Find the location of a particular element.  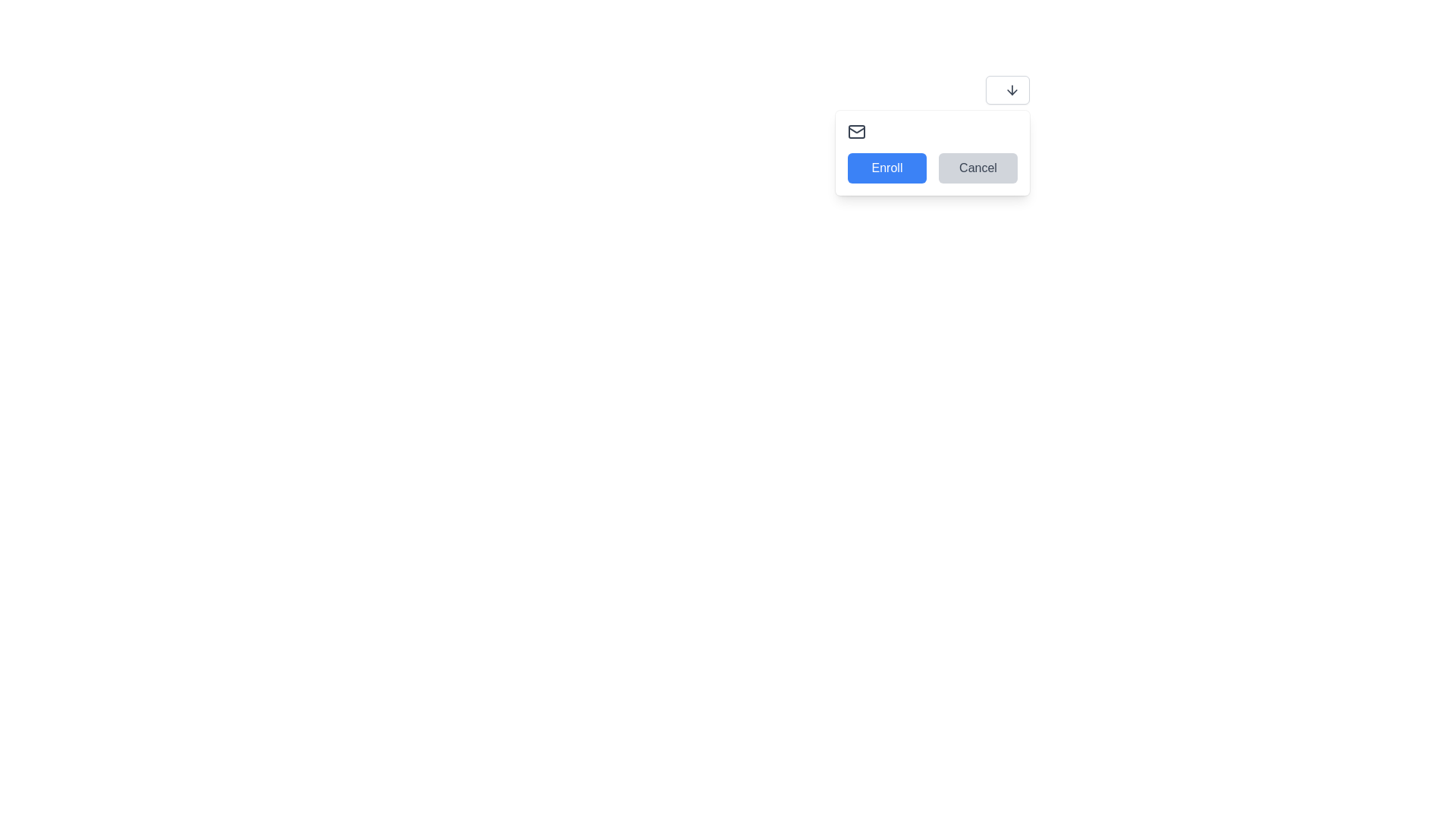

the cancel button, which is located to the right of the 'Enroll' button in the interface is located at coordinates (978, 168).